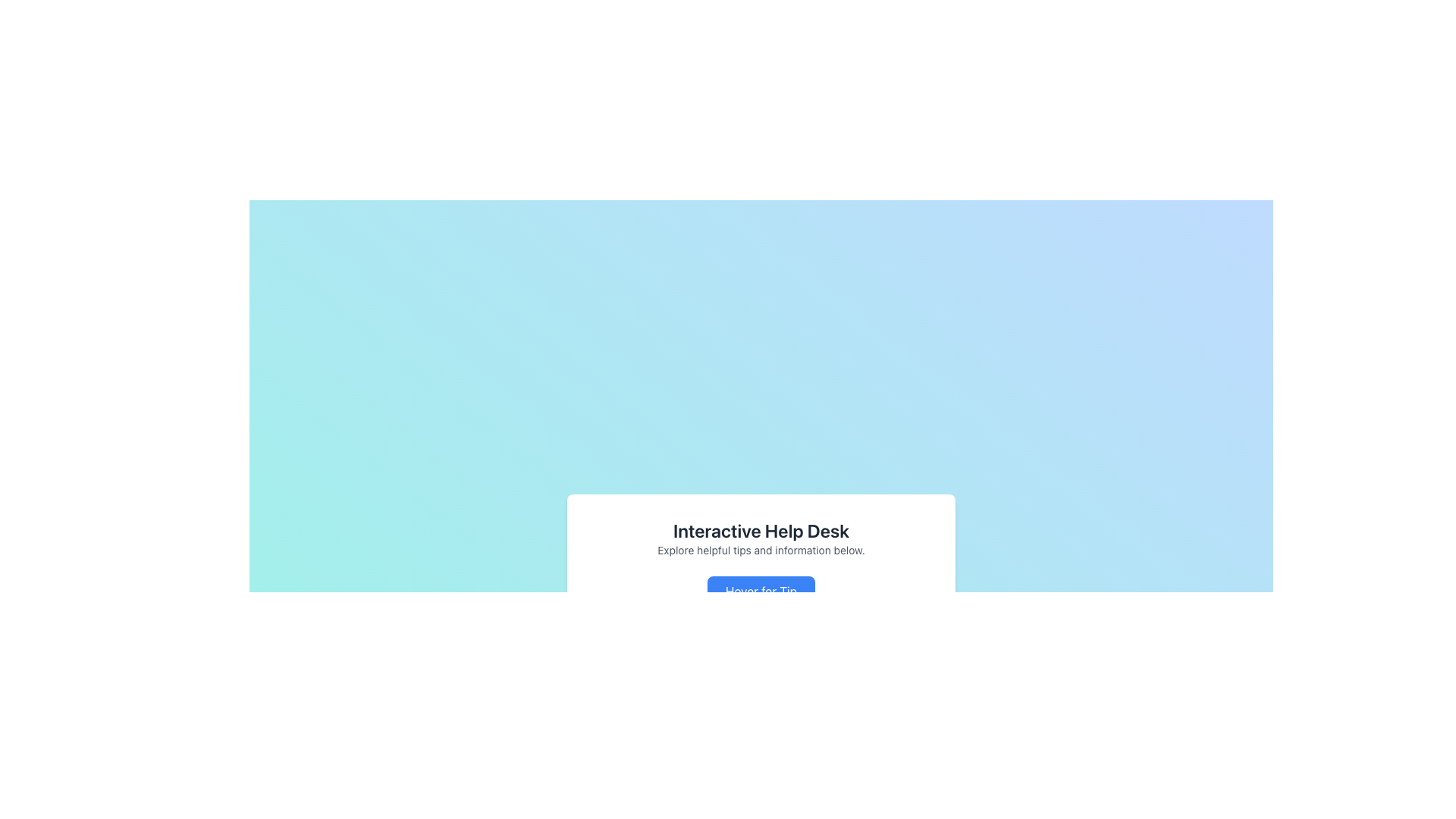  Describe the element at coordinates (761, 550) in the screenshot. I see `the Text Label located immediately below the title 'Interactive Help Desk', which provides guidance or context to the user` at that location.